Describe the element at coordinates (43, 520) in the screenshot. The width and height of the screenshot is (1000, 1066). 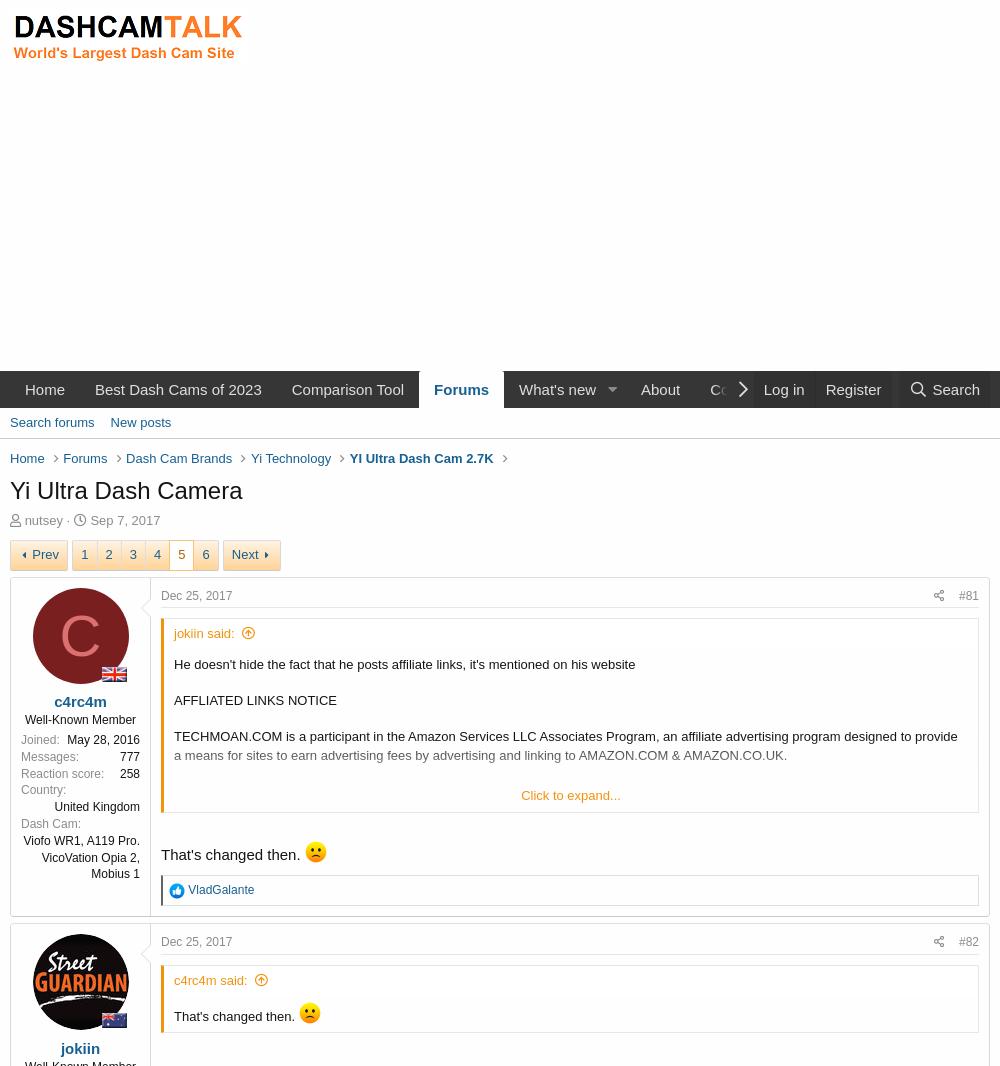
I see `'nutsey'` at that location.